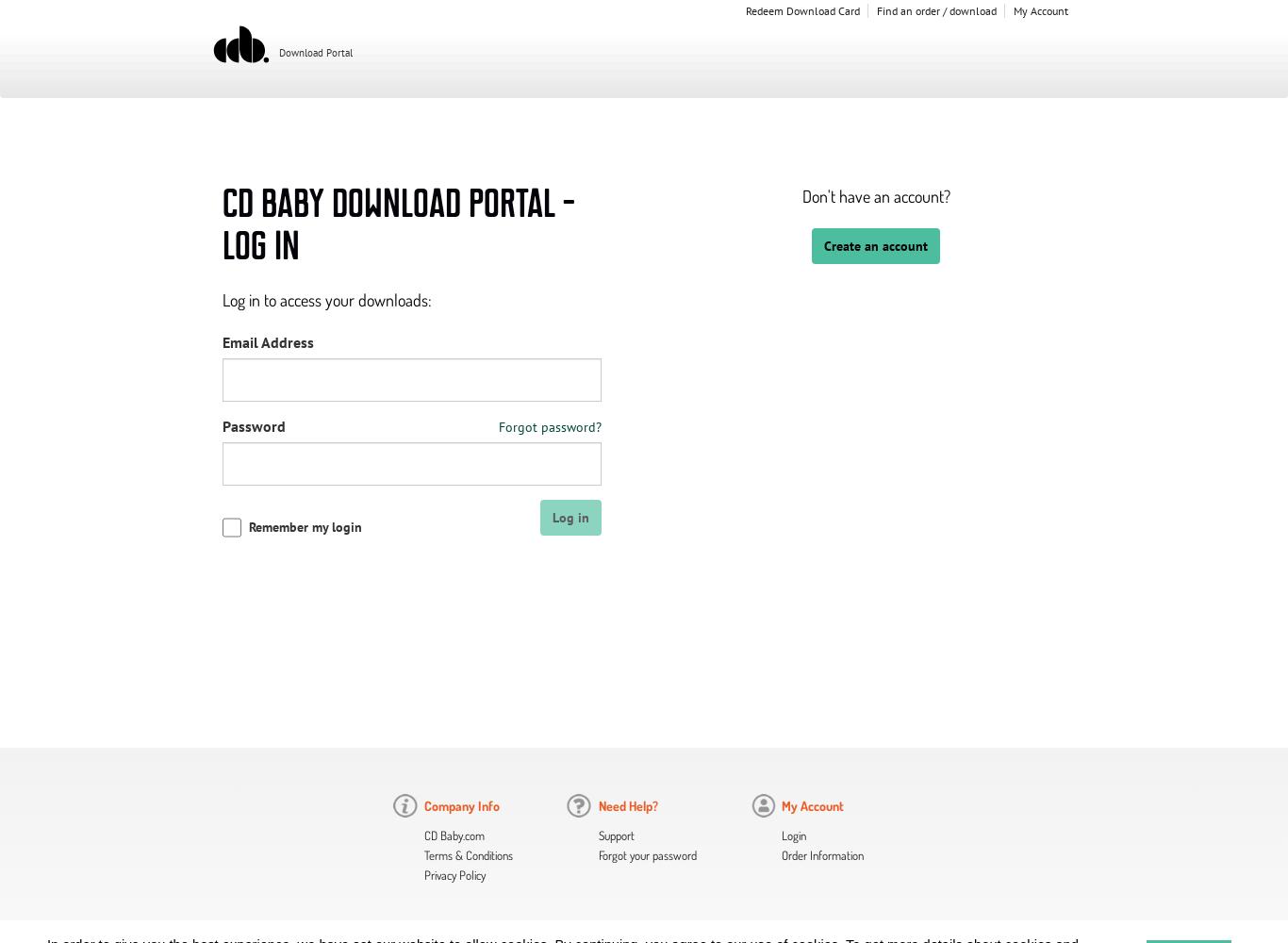  Describe the element at coordinates (570, 517) in the screenshot. I see `'Log in'` at that location.